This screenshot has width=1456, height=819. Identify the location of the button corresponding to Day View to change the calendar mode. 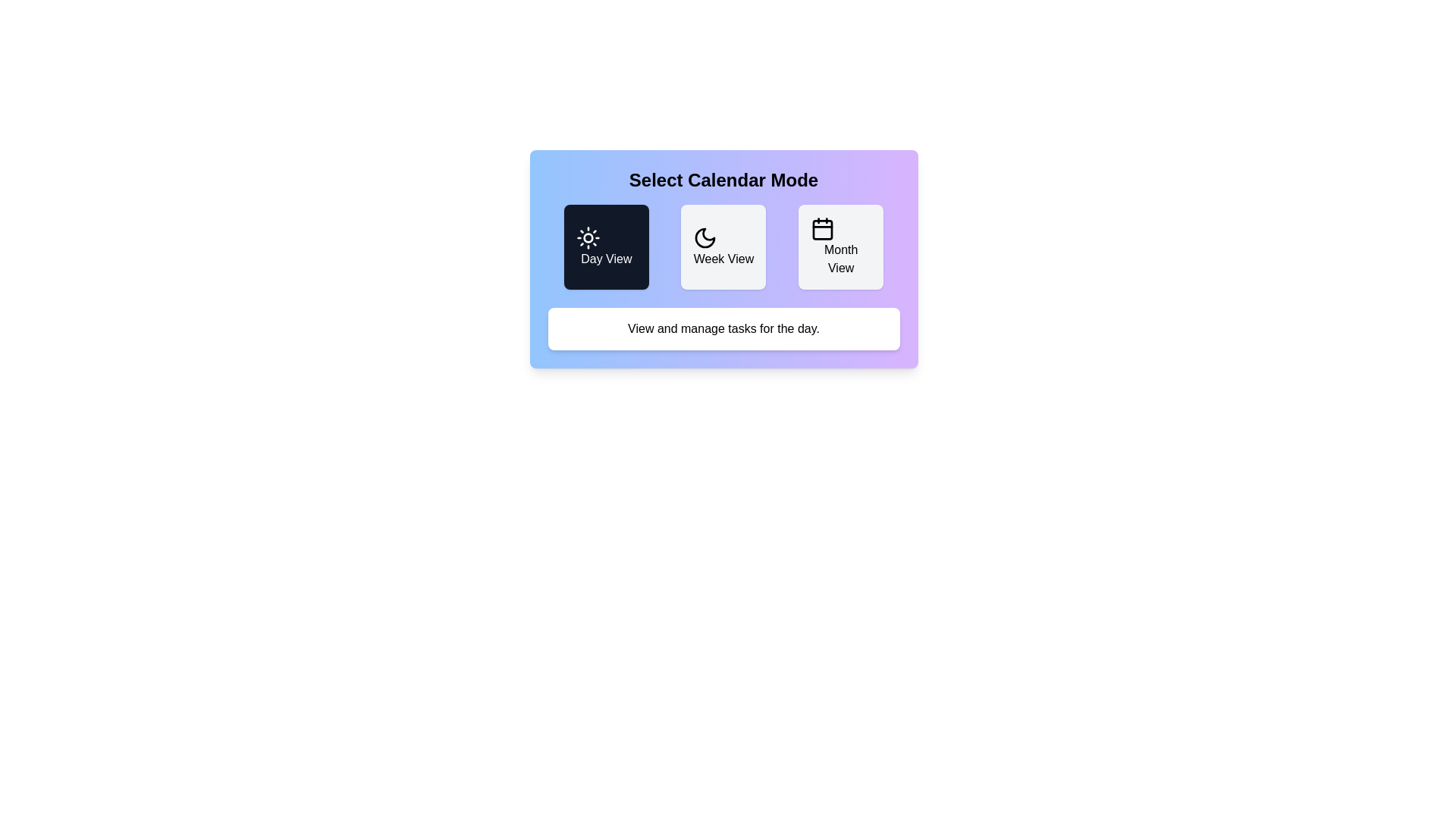
(605, 246).